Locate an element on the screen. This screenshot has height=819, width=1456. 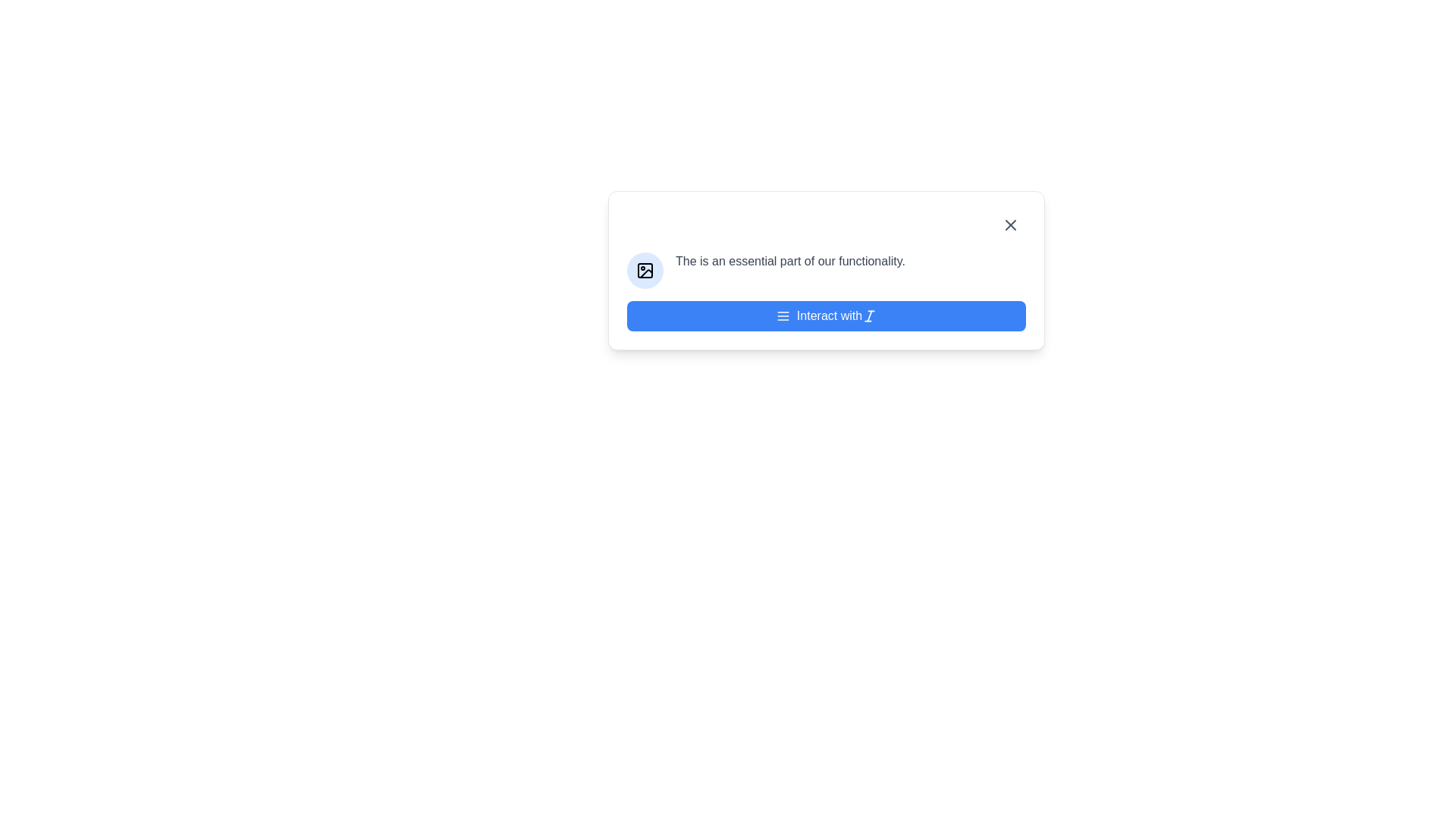
the gray 'X' button located at the top-right corner of the dialog box is located at coordinates (1011, 225).